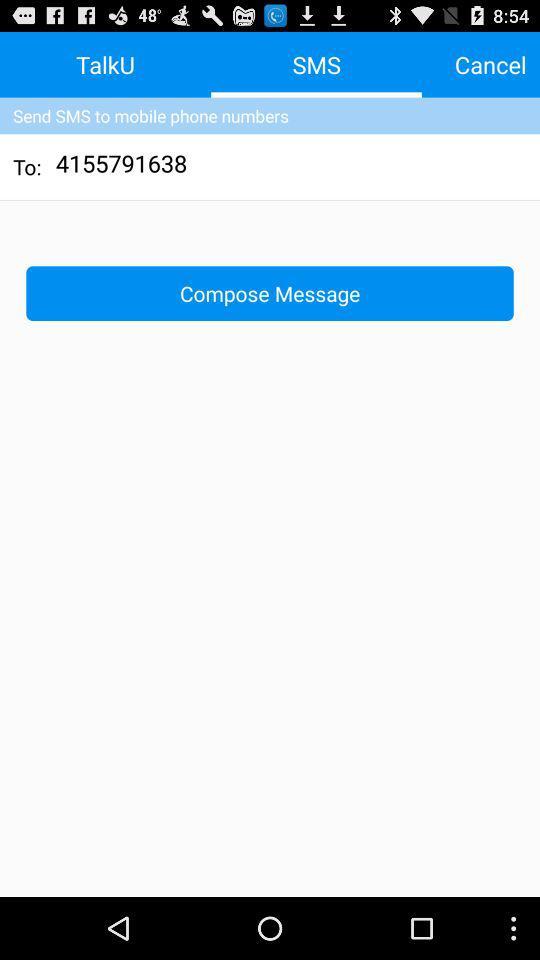 Image resolution: width=540 pixels, height=960 pixels. Describe the element at coordinates (122, 165) in the screenshot. I see `the item to the right of the to: icon` at that location.